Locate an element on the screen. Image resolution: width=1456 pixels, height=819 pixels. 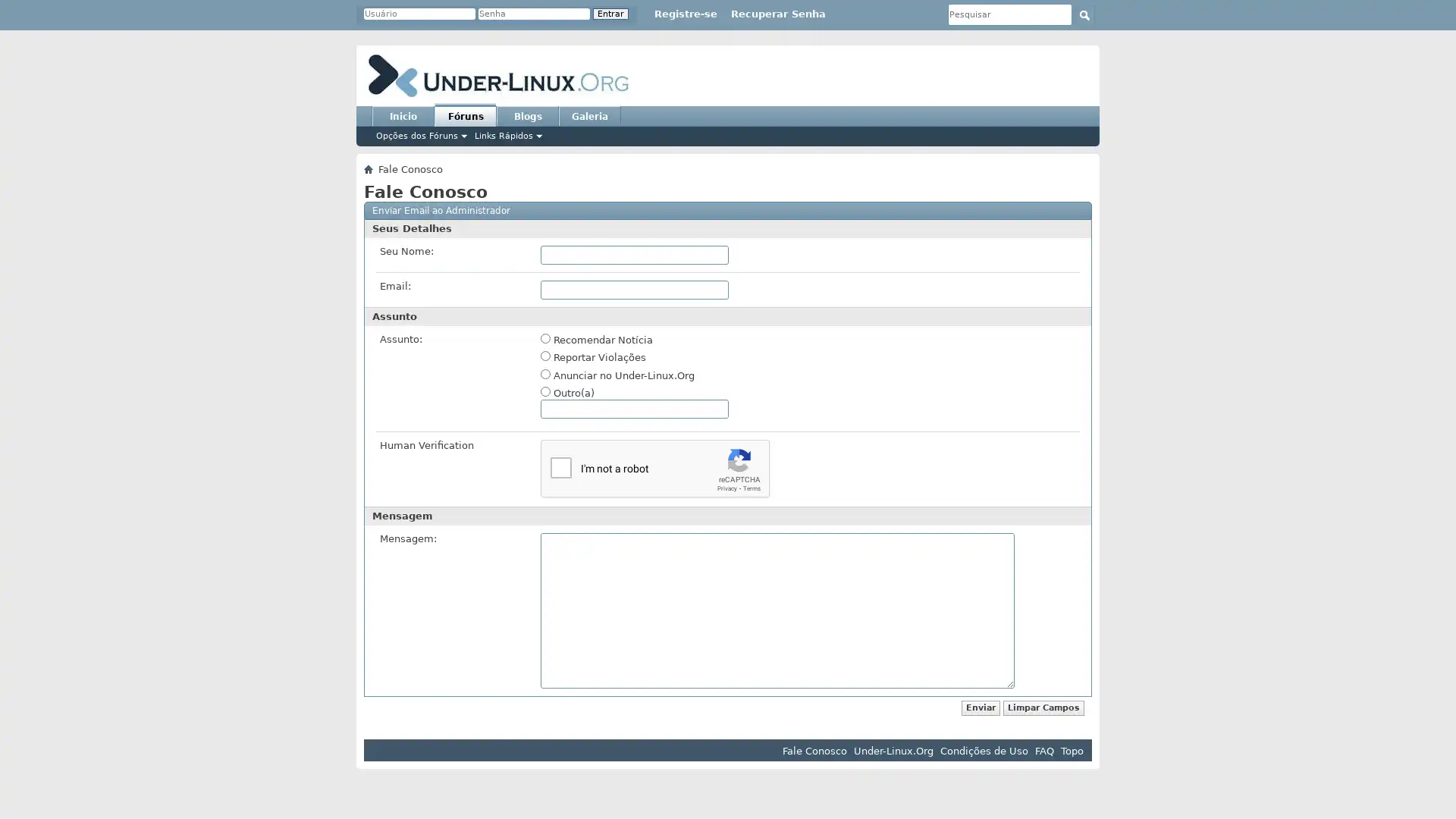
Enviar is located at coordinates (981, 708).